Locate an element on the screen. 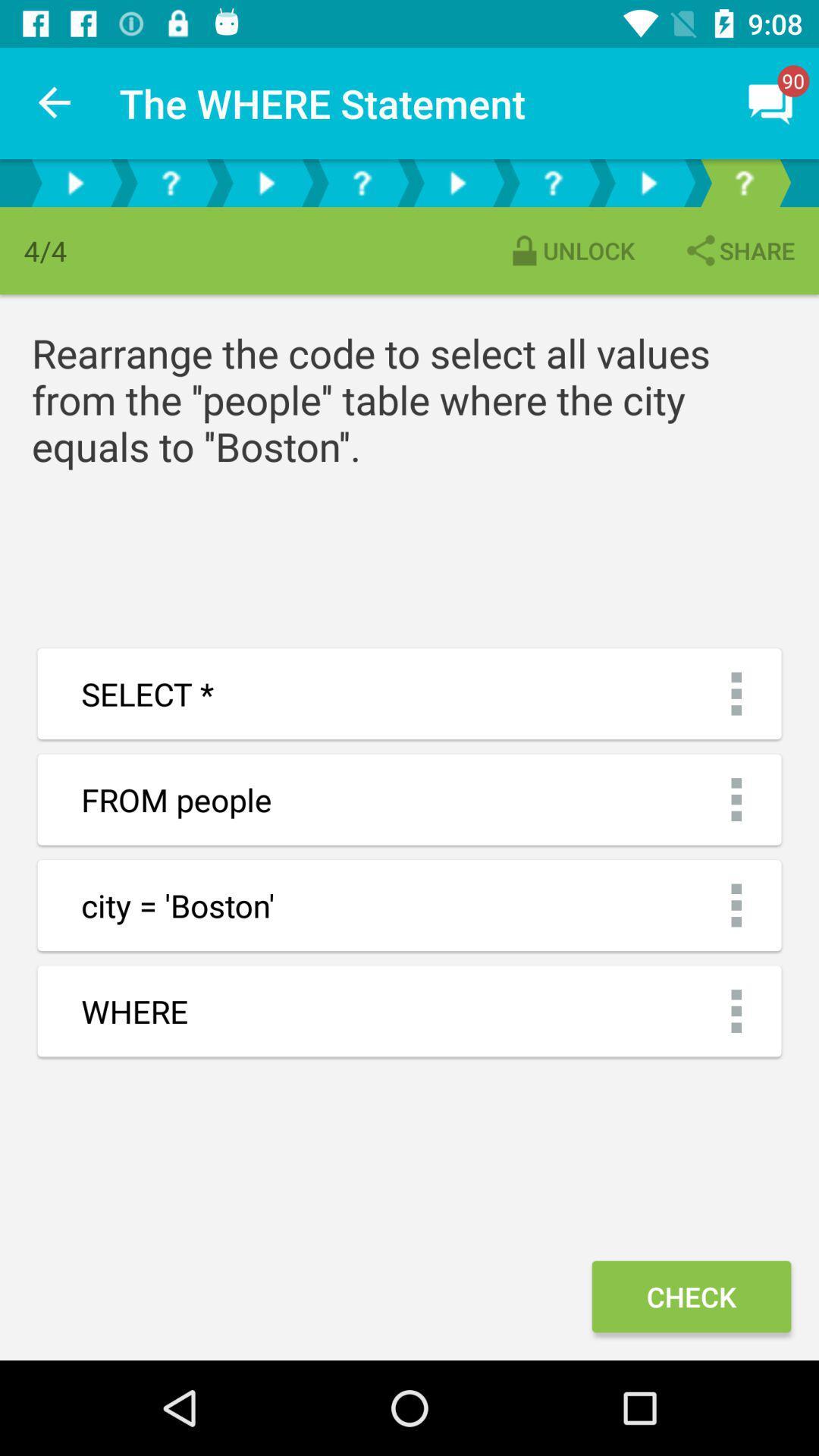 Image resolution: width=819 pixels, height=1456 pixels. the share item is located at coordinates (738, 250).